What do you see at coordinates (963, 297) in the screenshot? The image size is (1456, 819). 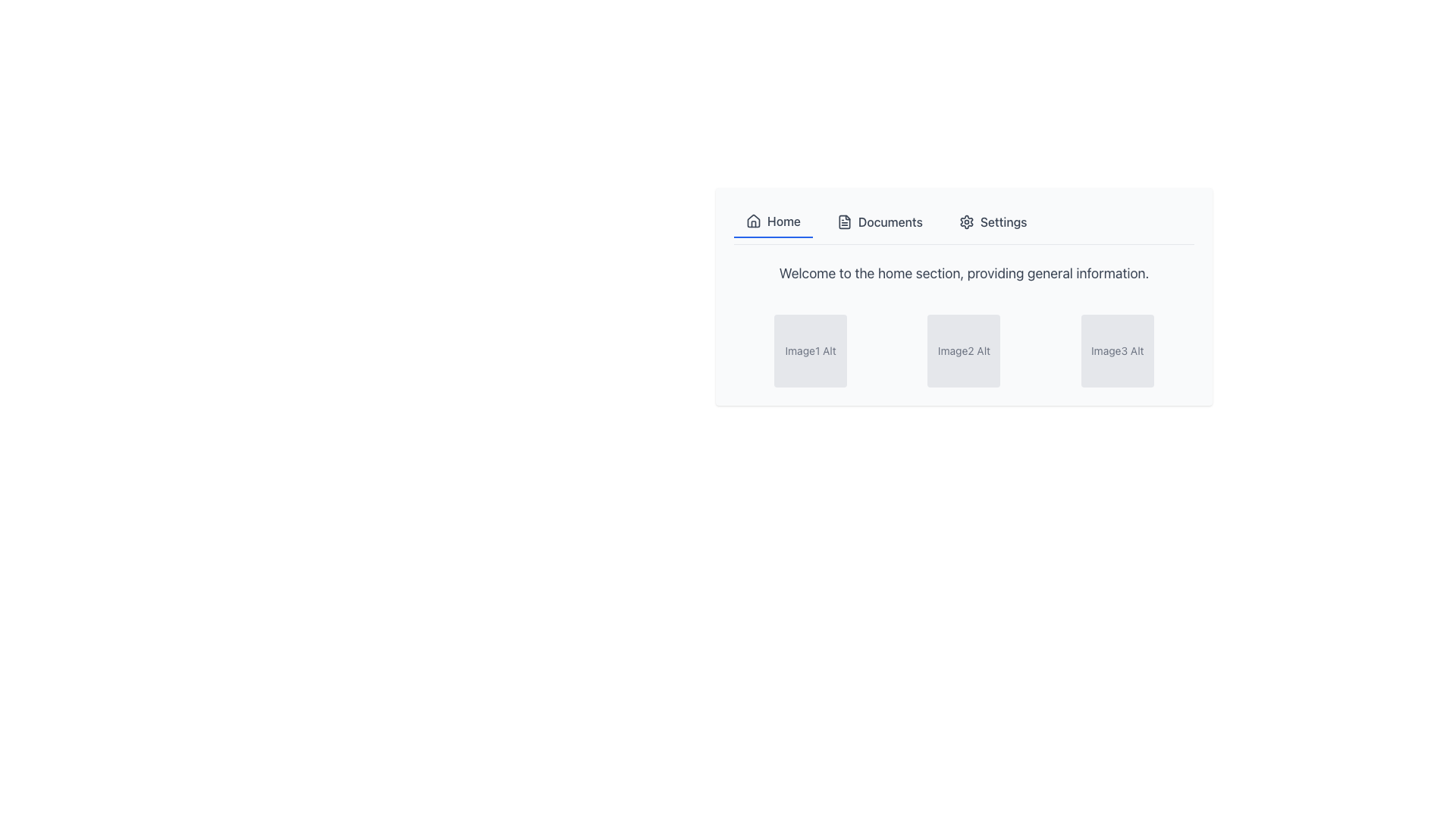 I see `the image placeholders within the image display panel` at bounding box center [963, 297].